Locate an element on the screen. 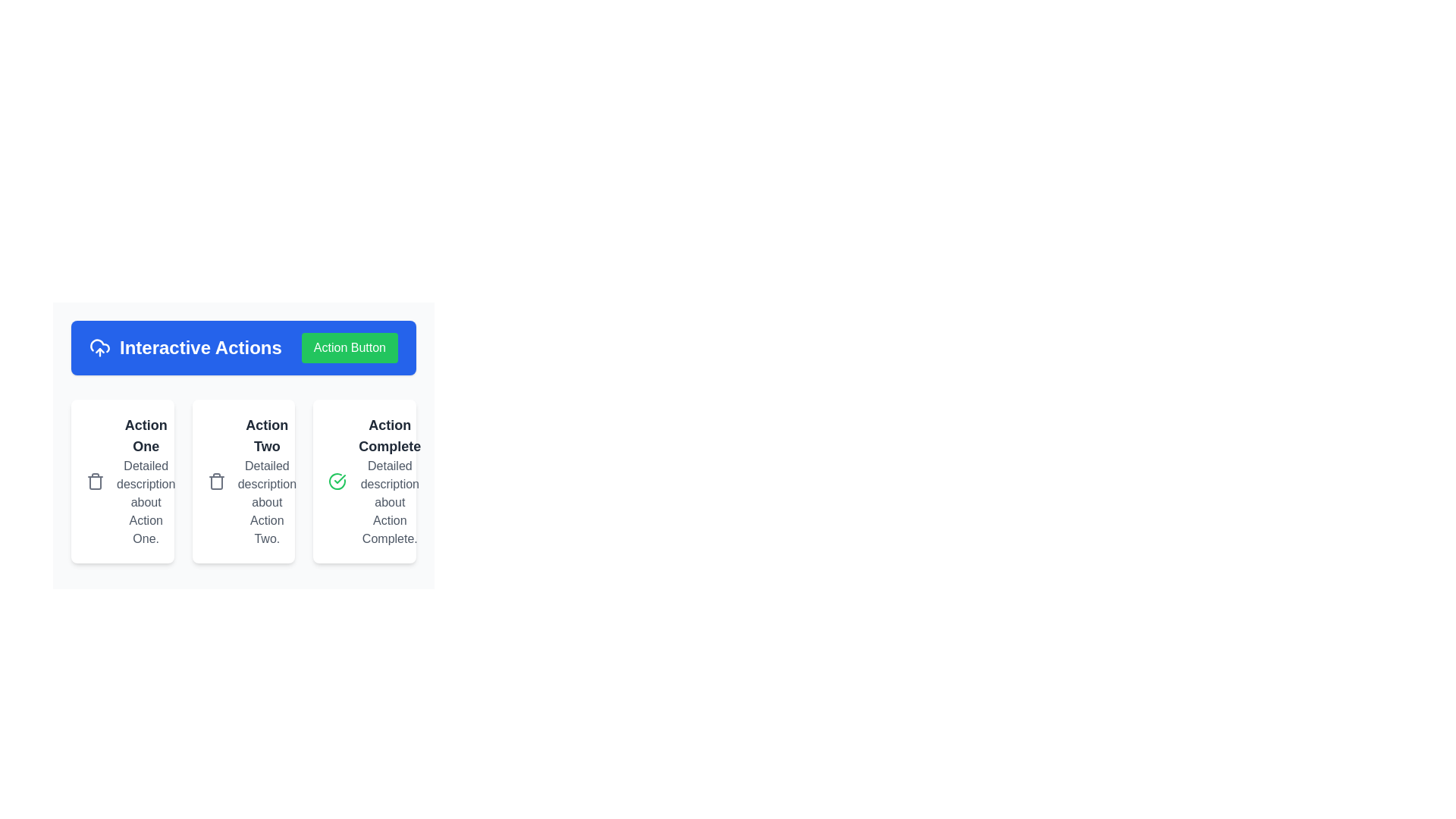 This screenshot has height=819, width=1456. the text displaying the message 'Detailed description about Action One.' which is styled with a gray font color and is located below the heading 'Action One' in the first card of a horizontally aligned set of three cards is located at coordinates (146, 503).